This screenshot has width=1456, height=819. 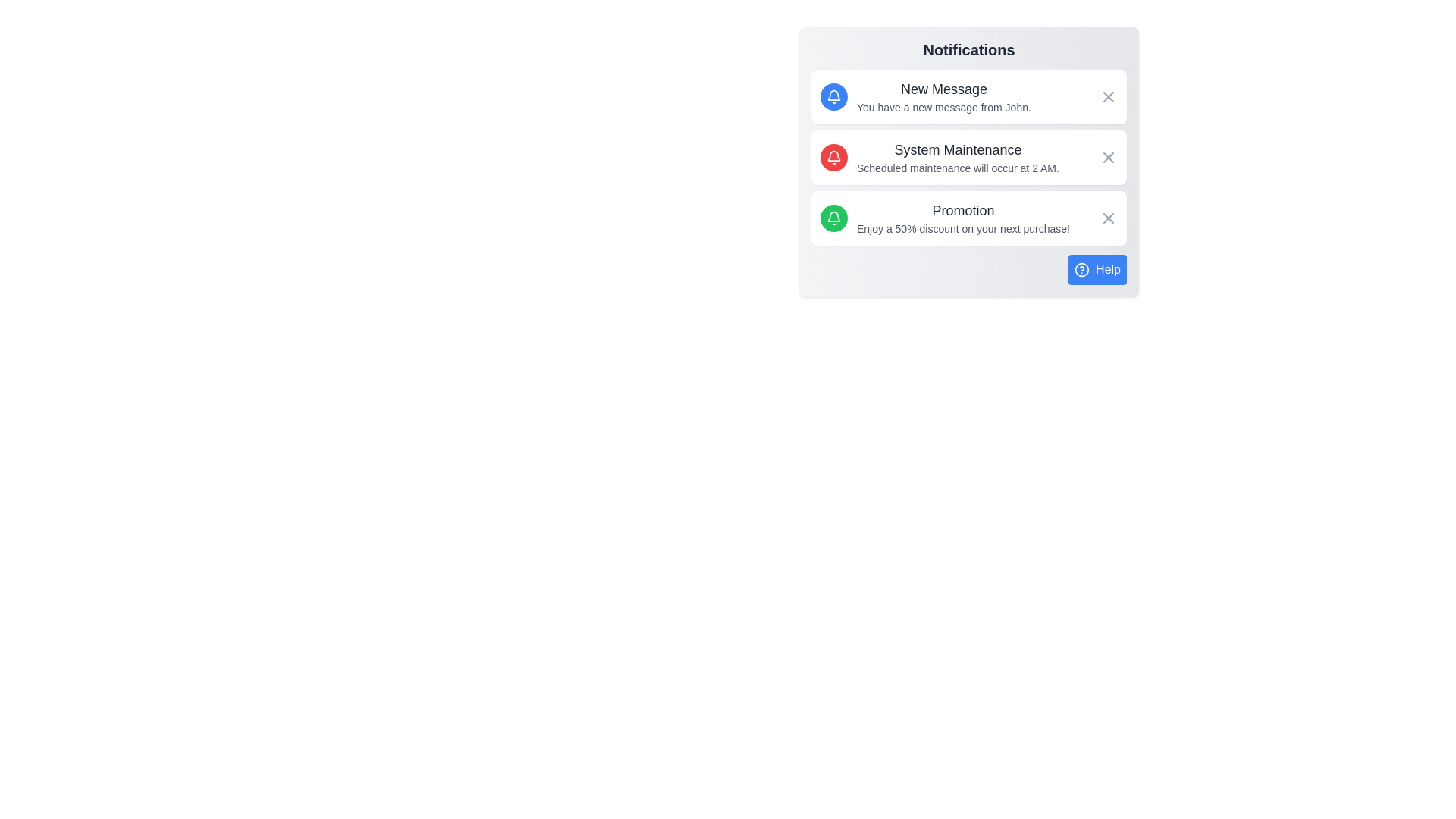 What do you see at coordinates (944, 218) in the screenshot?
I see `the third notification item in the notification panel, which informs users about a promotional offer` at bounding box center [944, 218].